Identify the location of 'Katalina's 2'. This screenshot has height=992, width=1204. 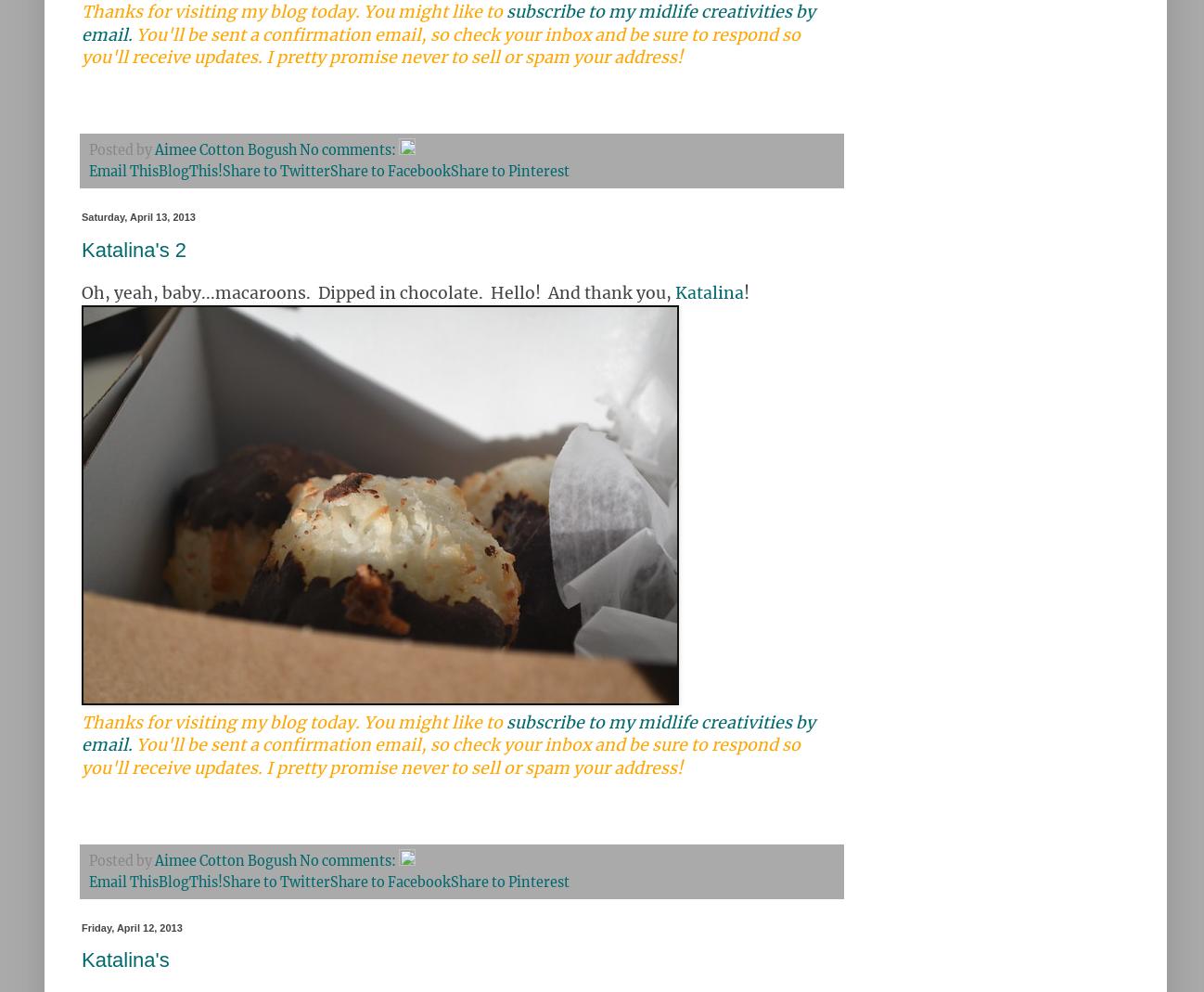
(82, 248).